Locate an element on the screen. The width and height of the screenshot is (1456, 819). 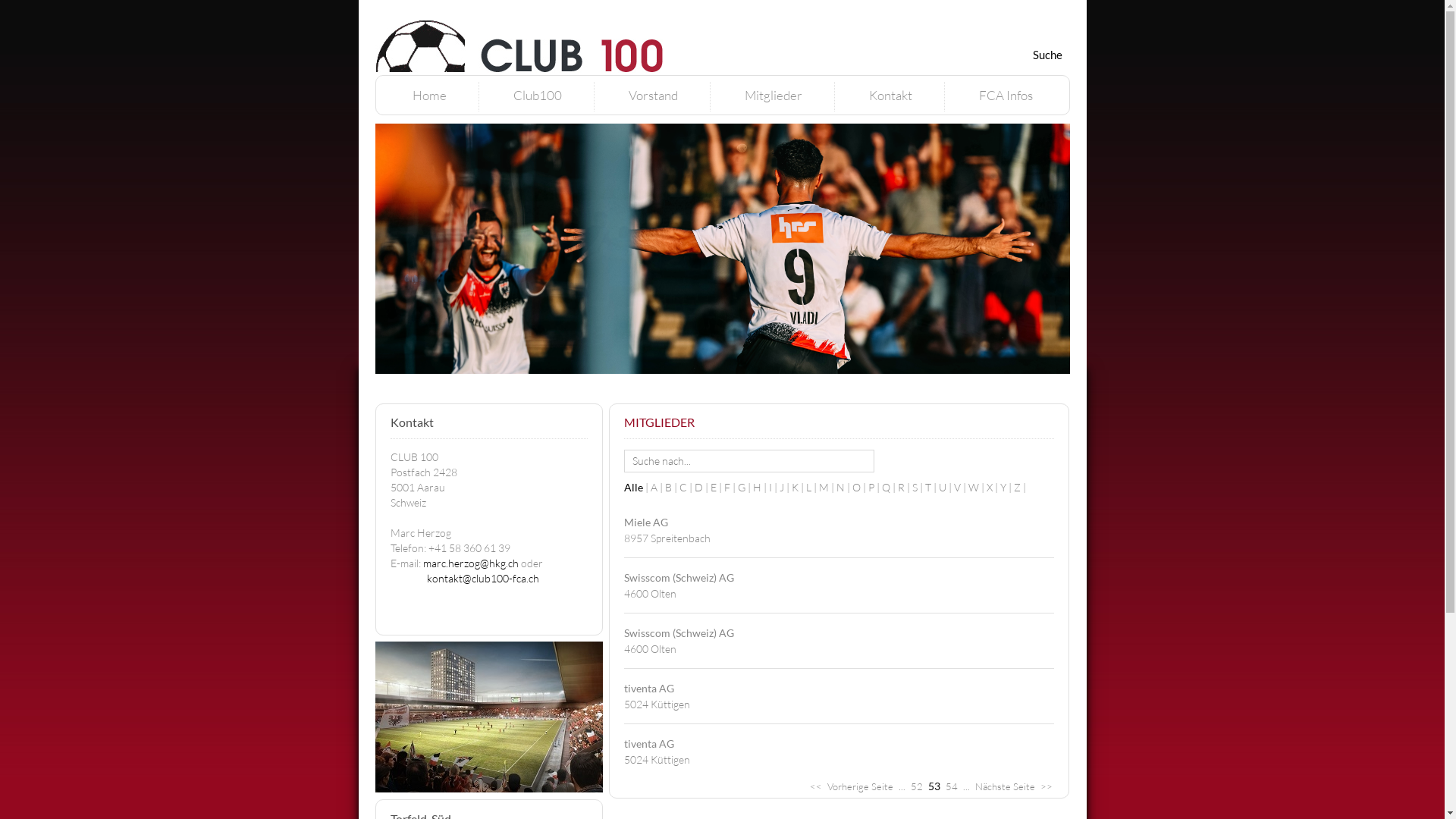
'Suche' is located at coordinates (1046, 54).